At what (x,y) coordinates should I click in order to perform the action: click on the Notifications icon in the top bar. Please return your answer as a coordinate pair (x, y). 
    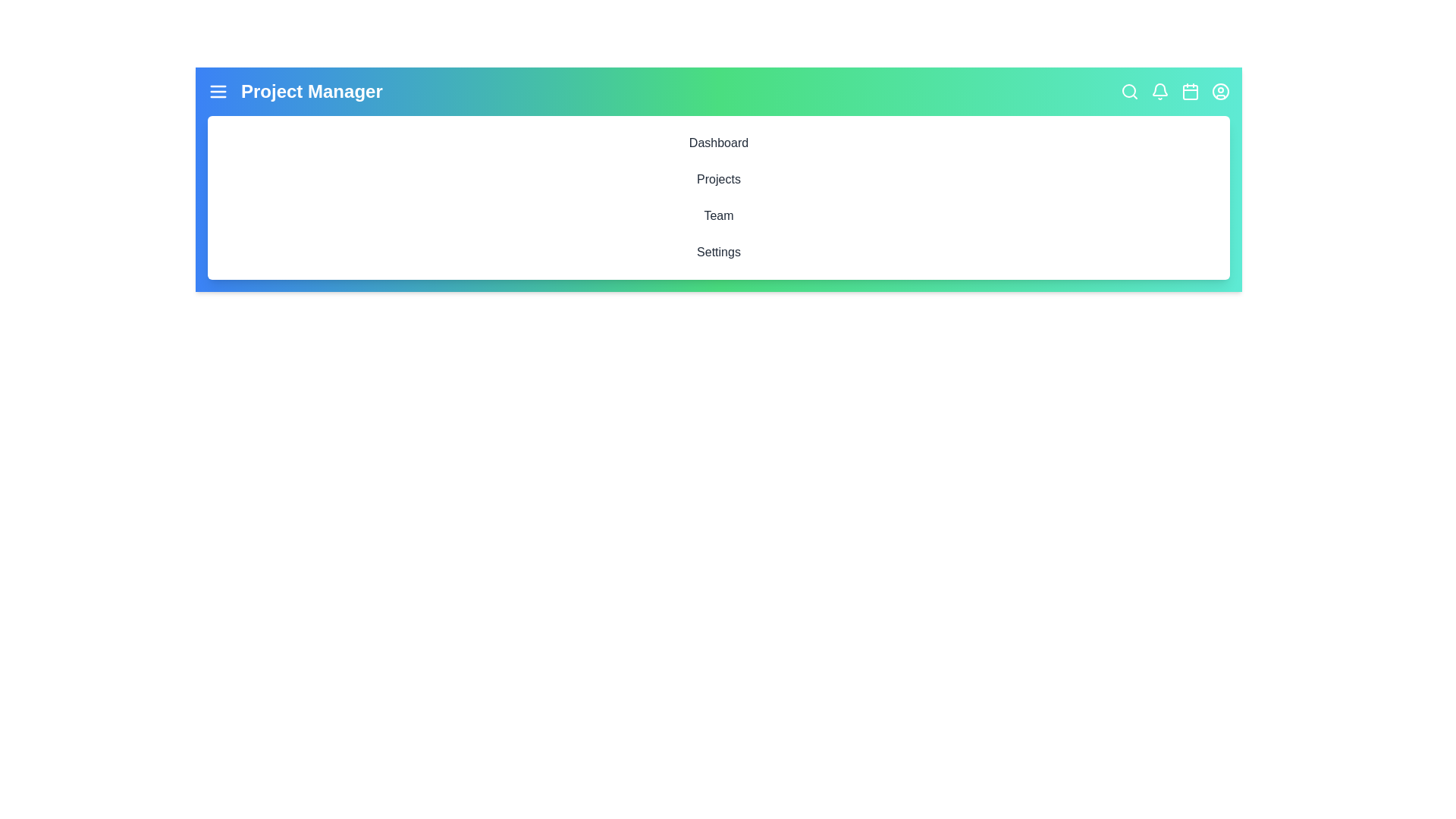
    Looking at the image, I should click on (1159, 91).